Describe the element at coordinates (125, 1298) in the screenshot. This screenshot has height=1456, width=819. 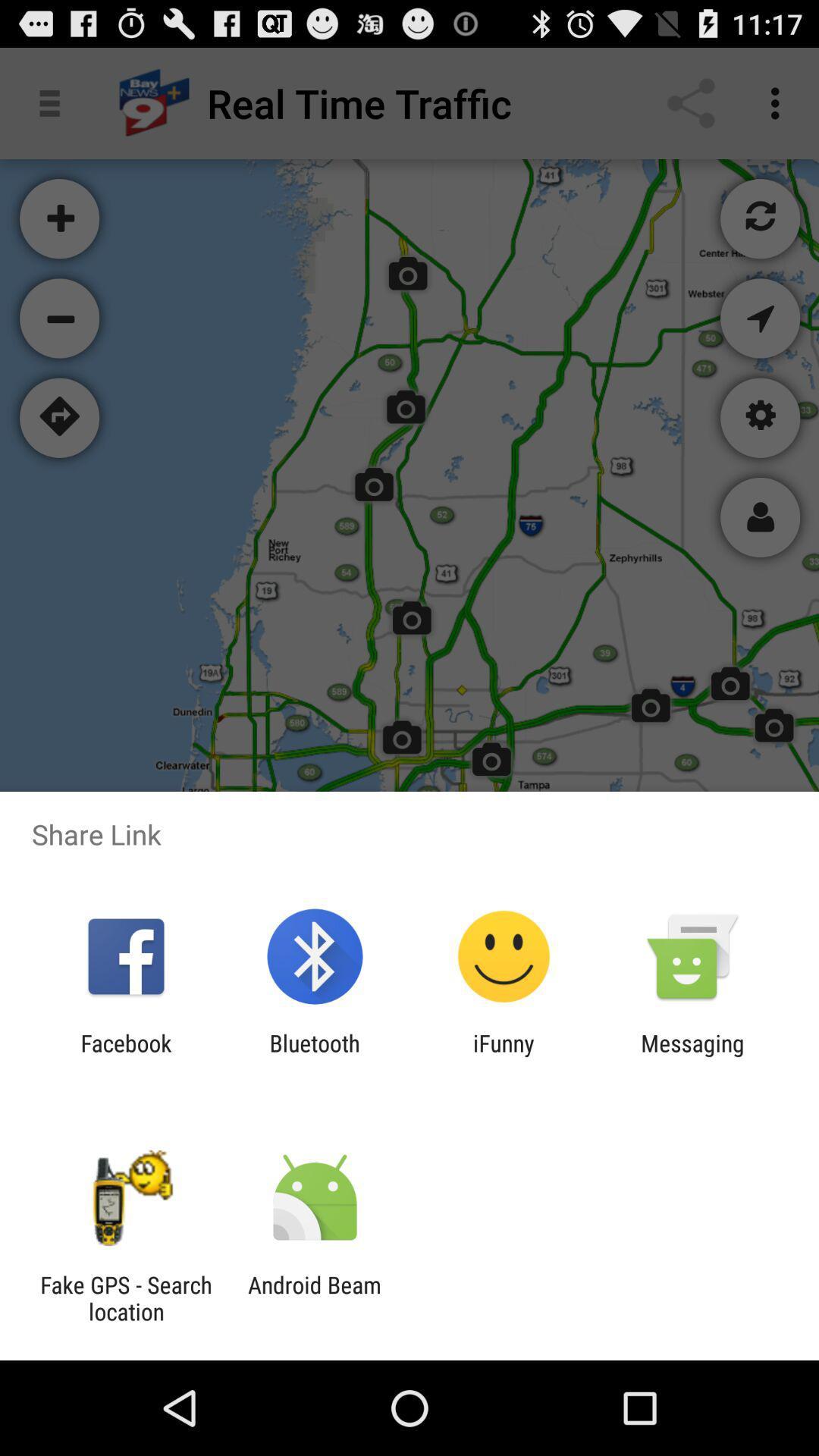
I see `the fake gps search app` at that location.